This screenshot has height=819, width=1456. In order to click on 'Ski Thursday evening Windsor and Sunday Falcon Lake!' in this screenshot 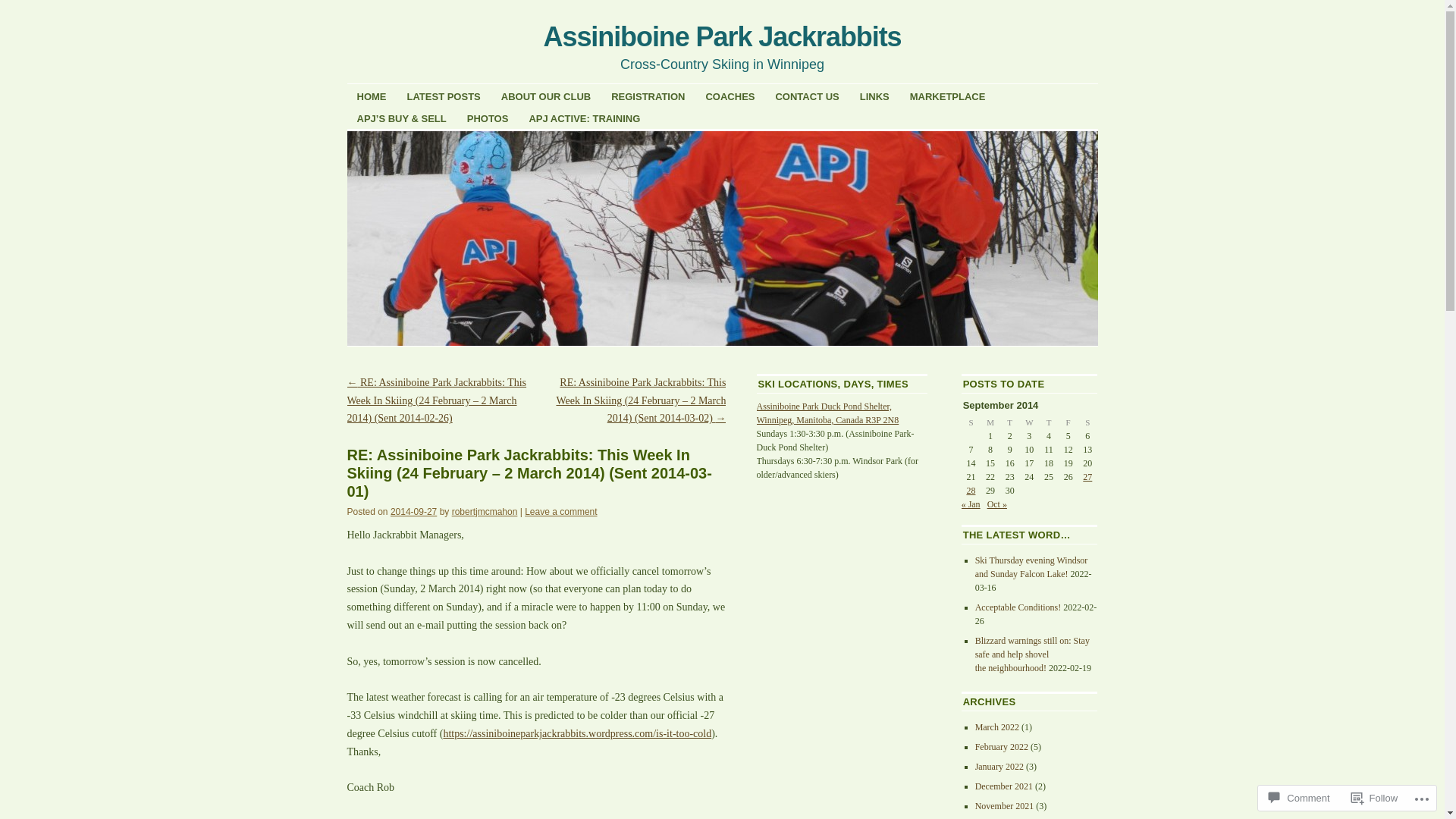, I will do `click(1031, 567)`.